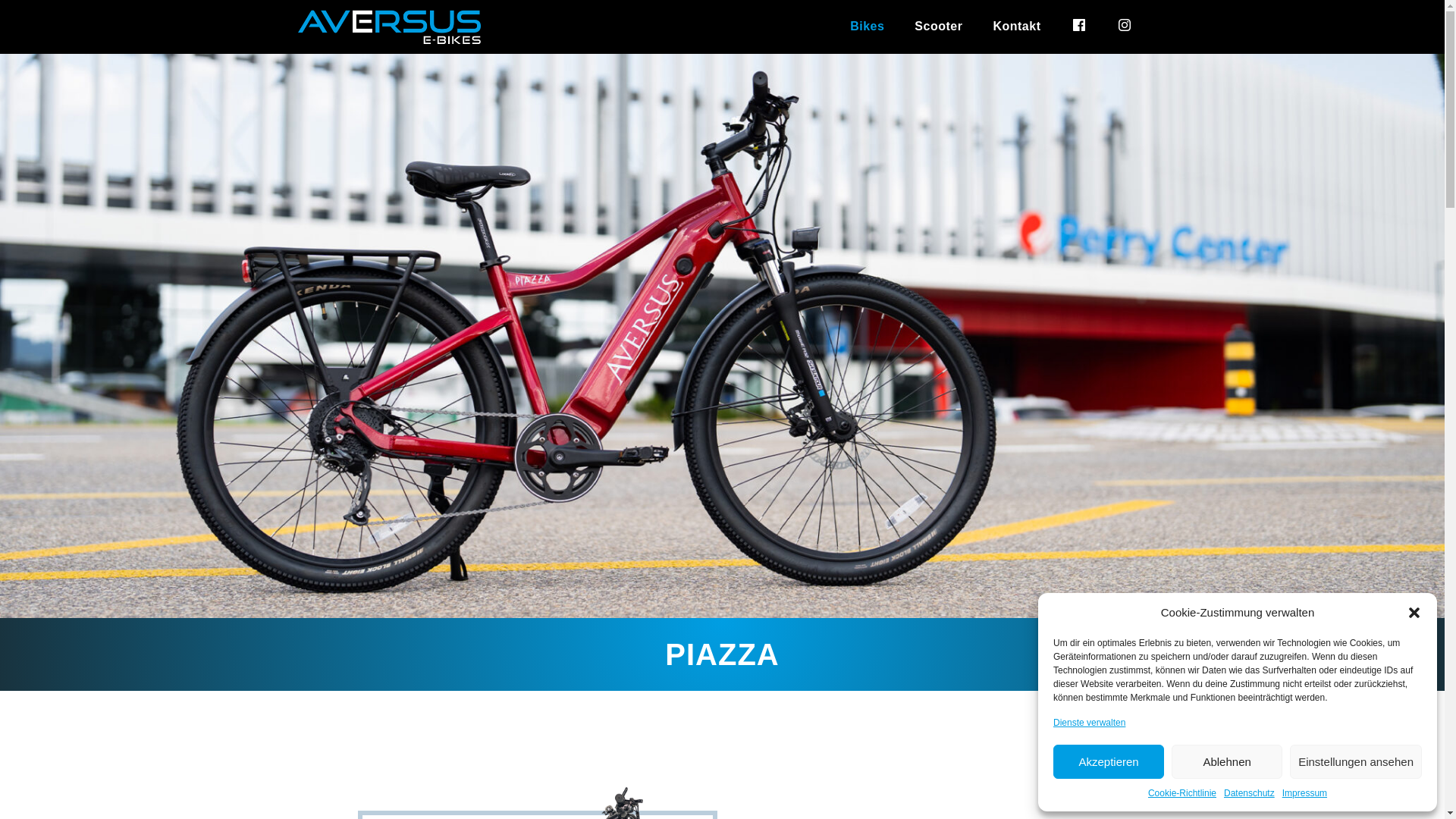  I want to click on 'Ablehnen', so click(1226, 761).